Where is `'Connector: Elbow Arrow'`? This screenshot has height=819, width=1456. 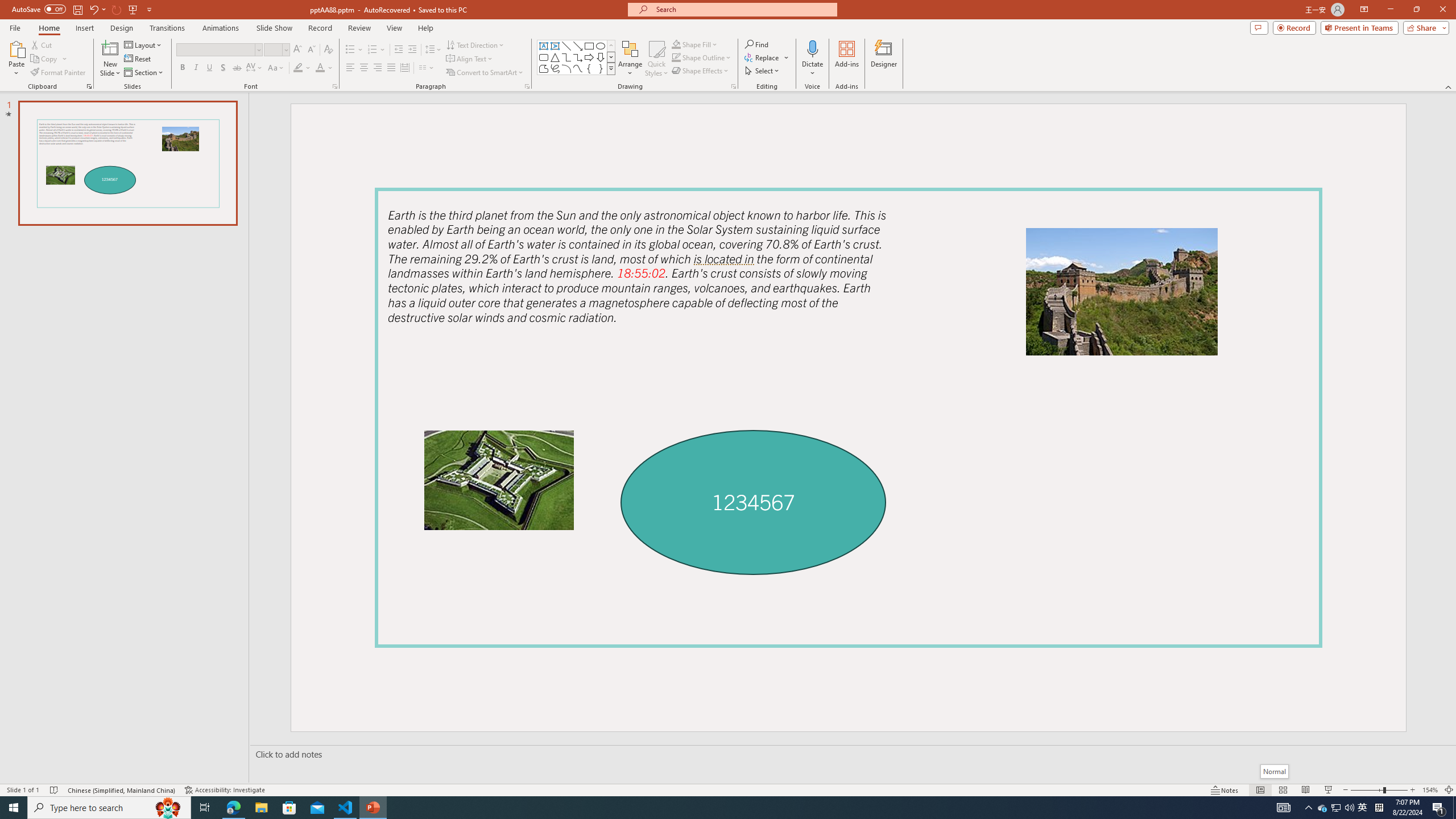
'Connector: Elbow Arrow' is located at coordinates (577, 56).